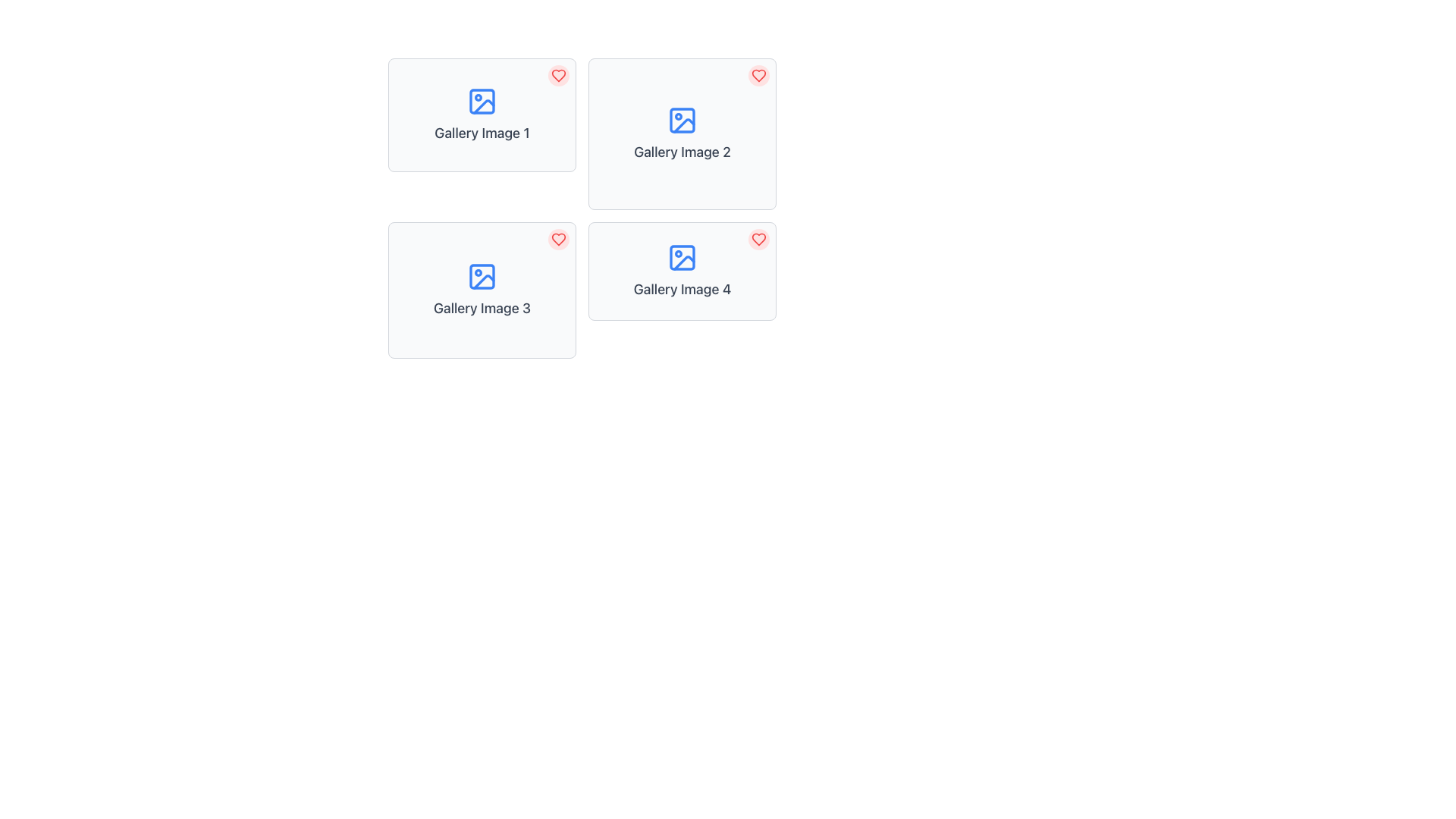 The height and width of the screenshot is (819, 1456). Describe the element at coordinates (483, 105) in the screenshot. I see `the graphic icon of 'Gallery Image 1' card, located at the top-left corner of the gallery layout` at that location.